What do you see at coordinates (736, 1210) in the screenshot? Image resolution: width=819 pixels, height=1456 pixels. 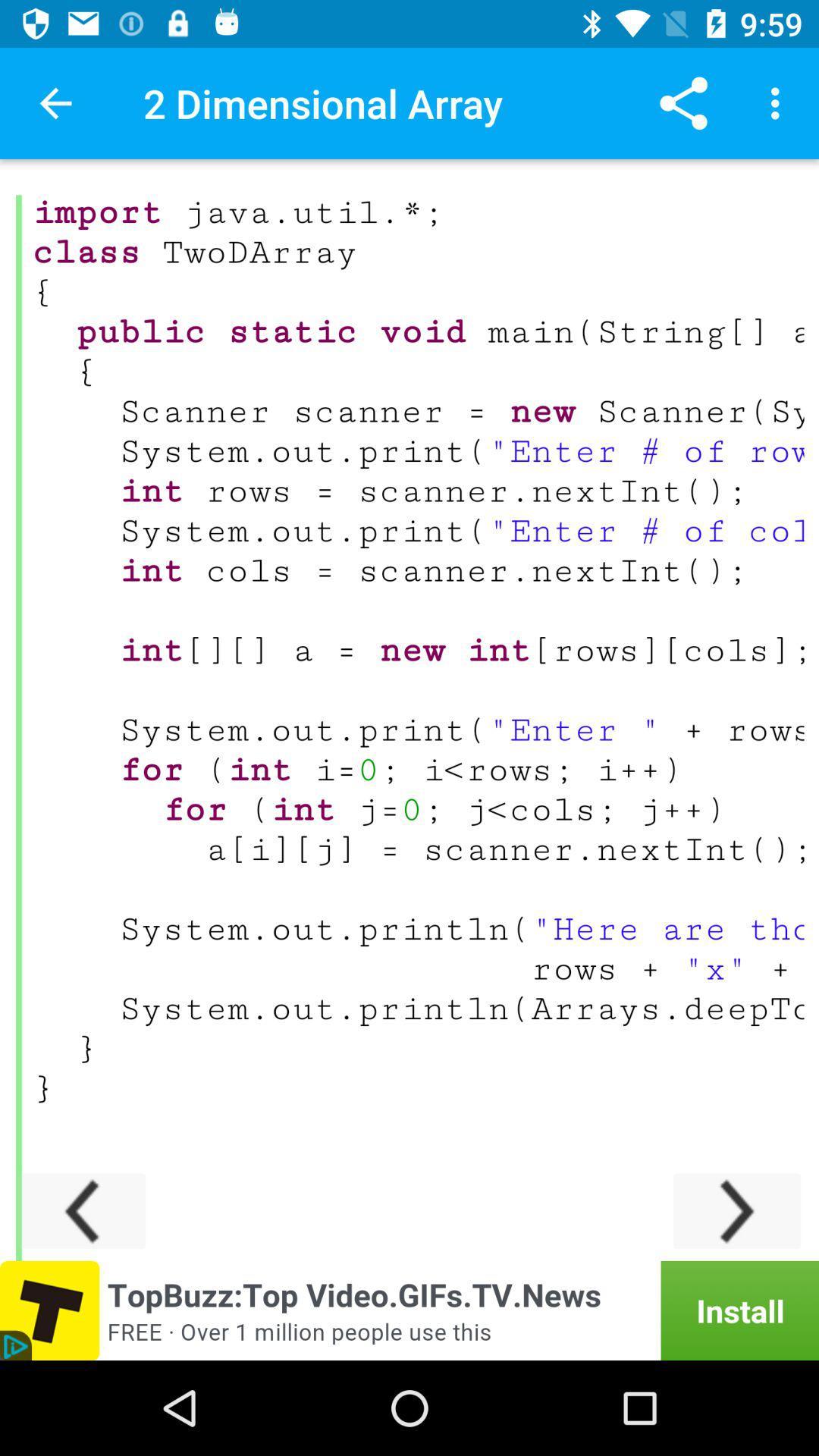 I see `next page` at bounding box center [736, 1210].